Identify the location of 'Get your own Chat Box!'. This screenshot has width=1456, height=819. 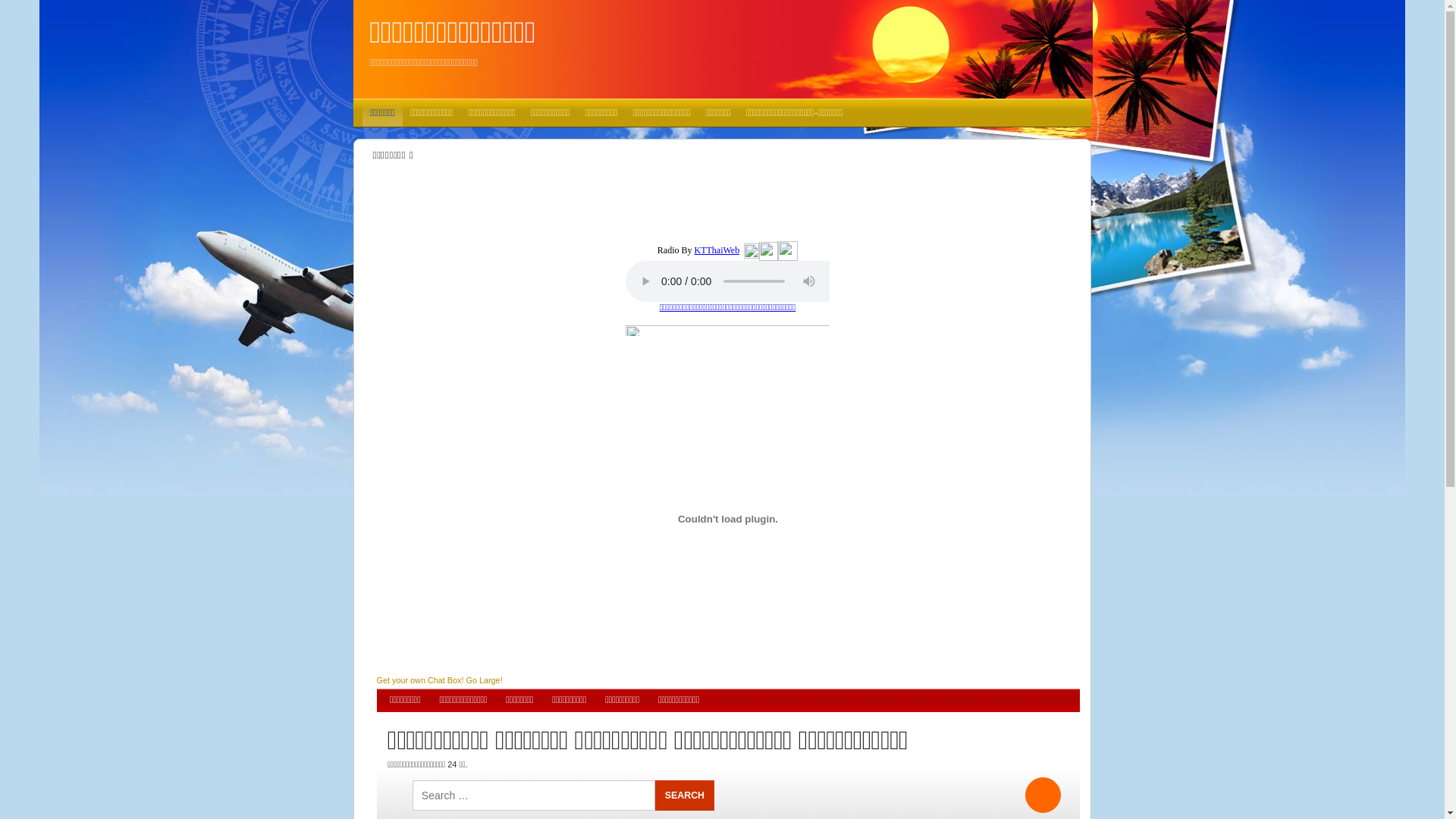
(375, 679).